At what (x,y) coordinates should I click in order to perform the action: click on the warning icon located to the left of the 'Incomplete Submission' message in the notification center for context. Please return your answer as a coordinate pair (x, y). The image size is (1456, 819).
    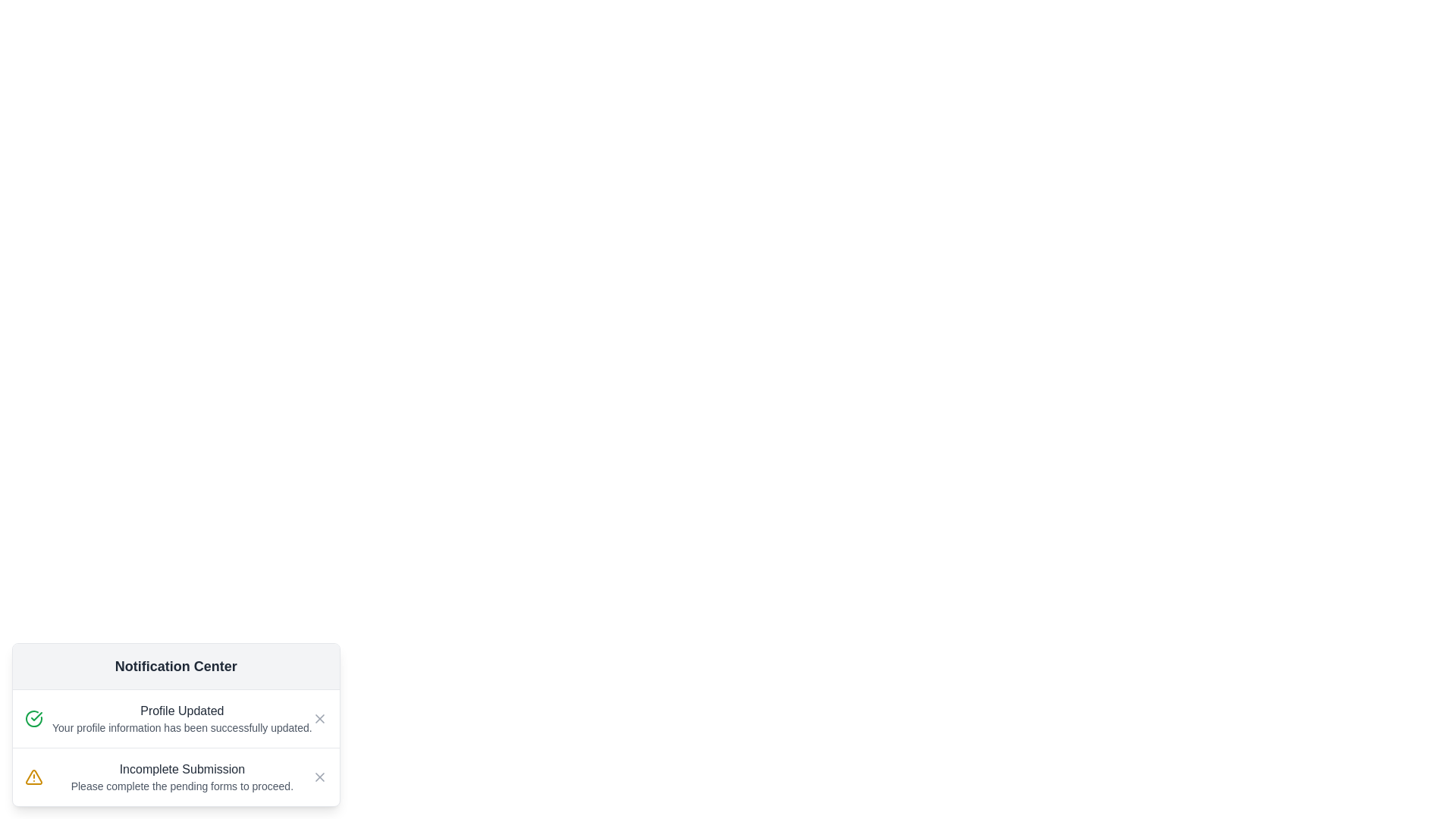
    Looking at the image, I should click on (33, 777).